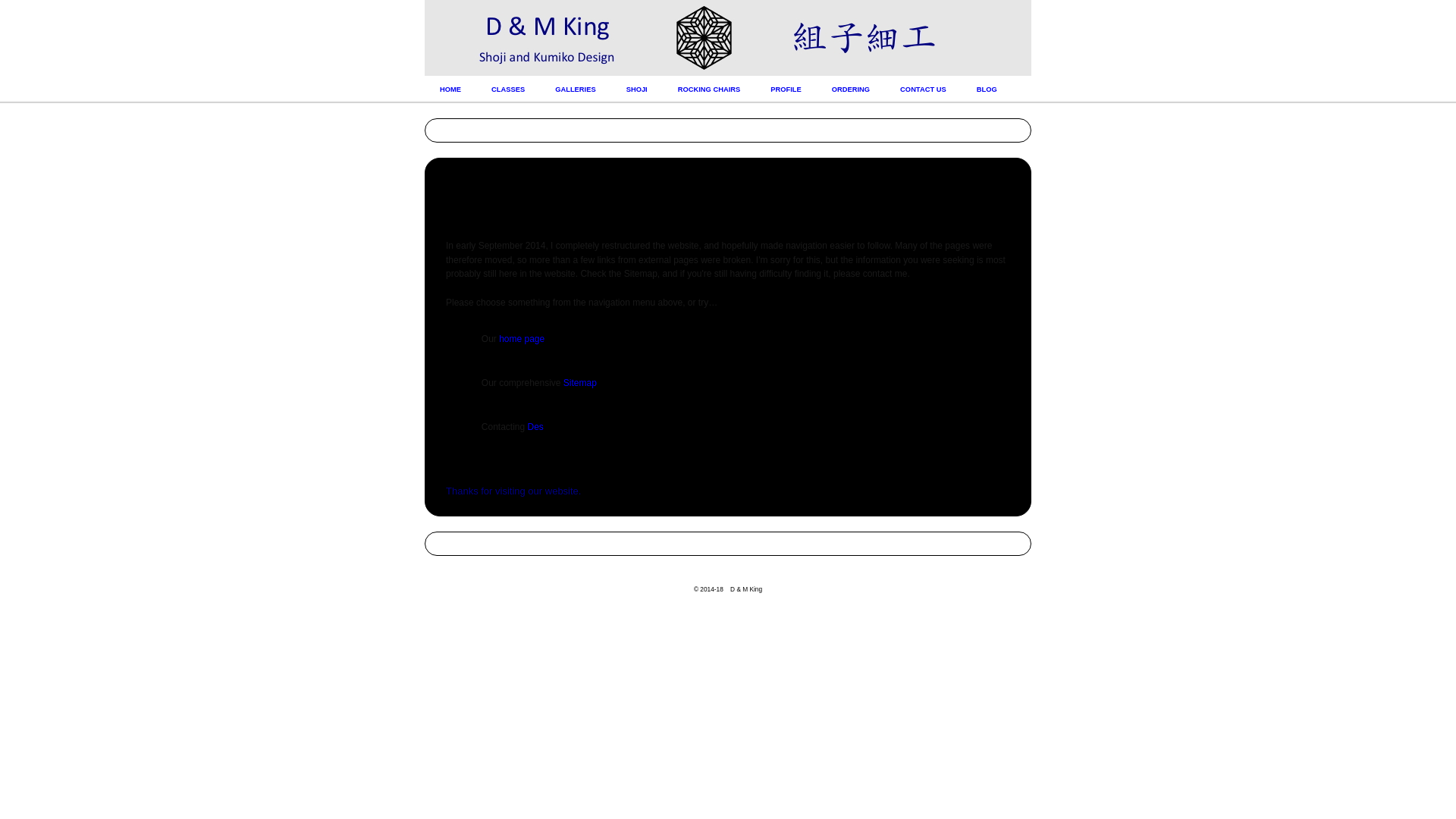  Describe the element at coordinates (521, 338) in the screenshot. I see `'home page'` at that location.